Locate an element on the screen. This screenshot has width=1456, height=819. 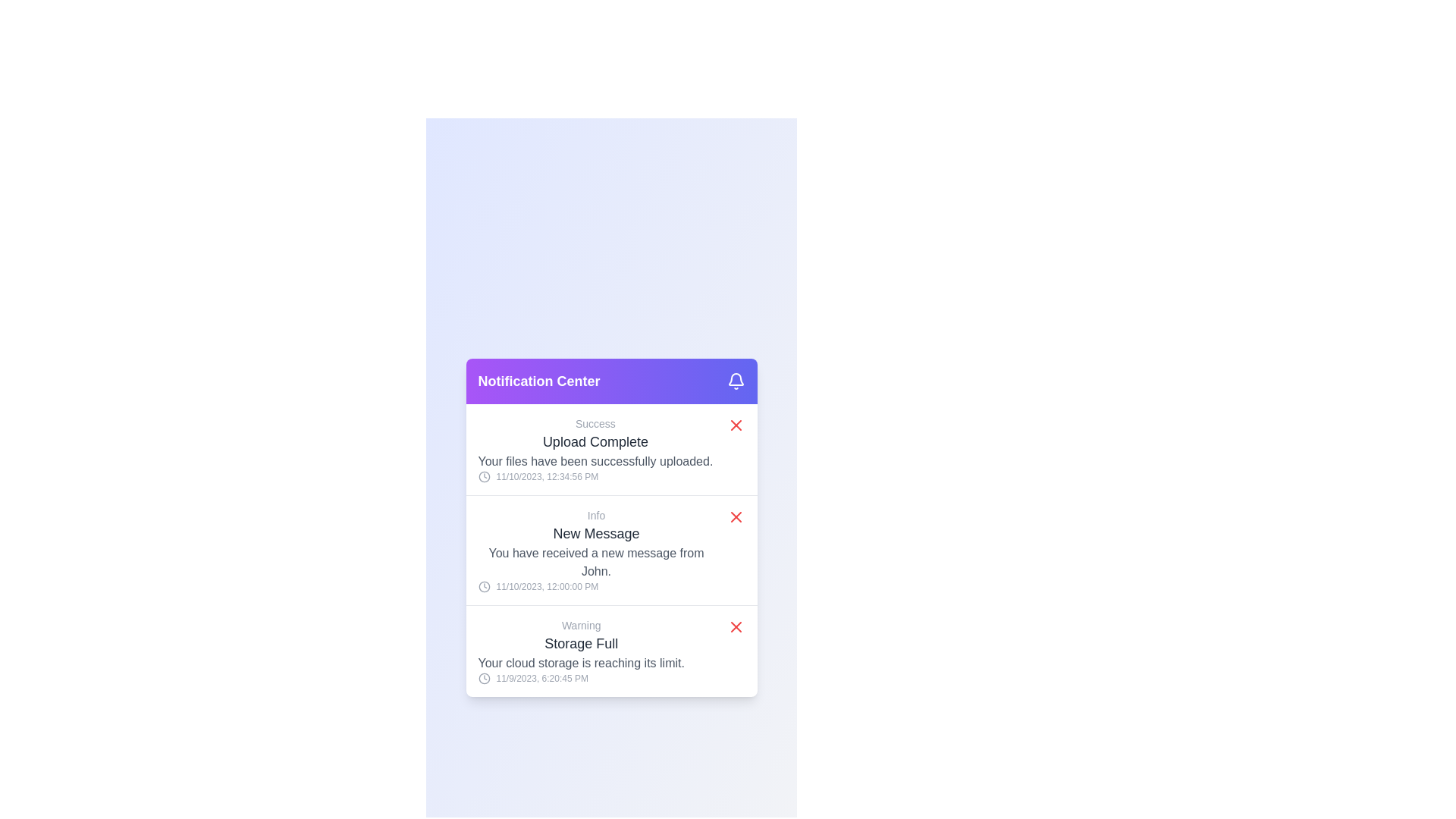
the stylized clock icon located inside the notification panel, which appears under the 'Warning: Storage Full' notification is located at coordinates (483, 677).